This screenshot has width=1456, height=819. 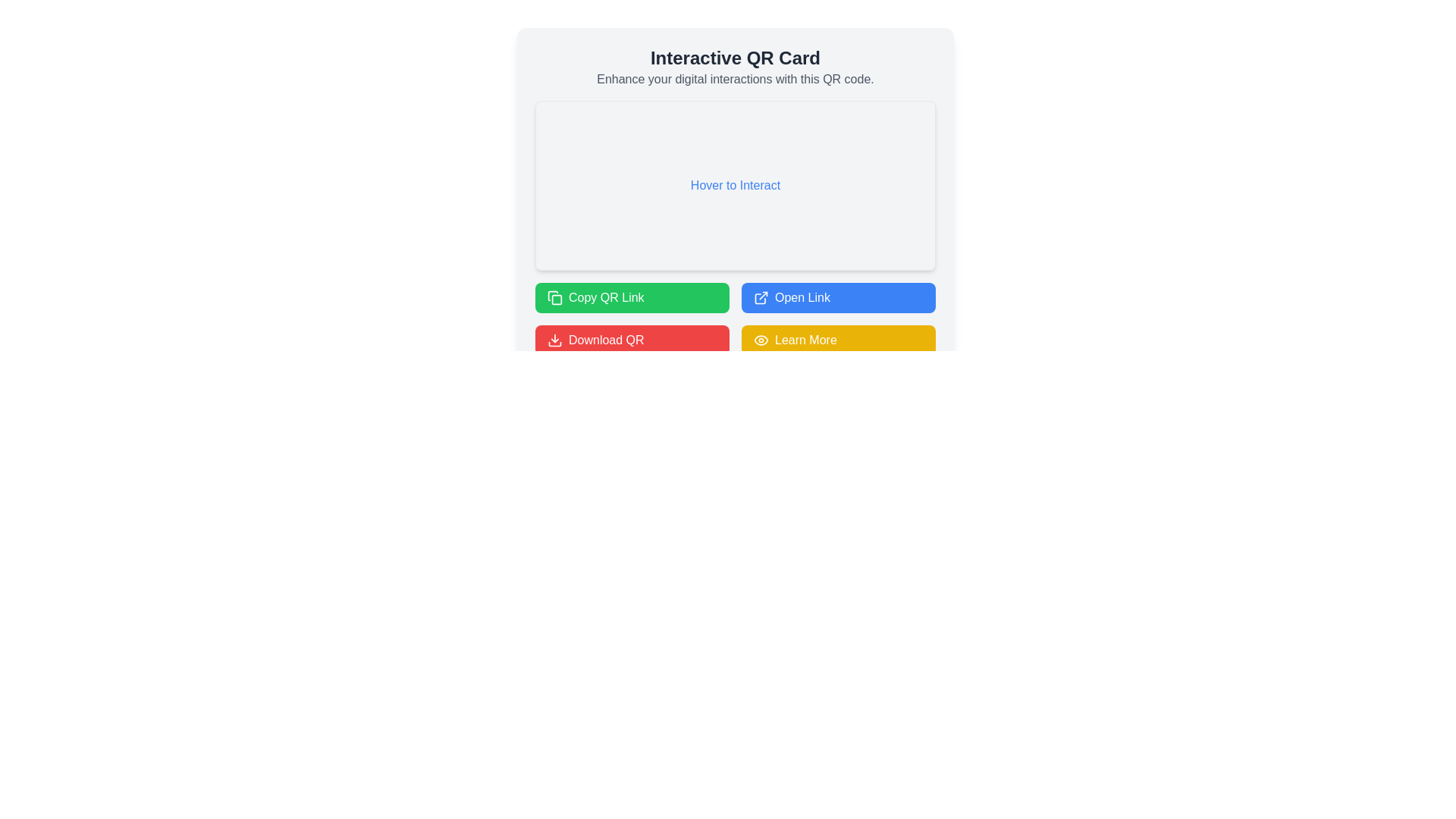 What do you see at coordinates (735, 318) in the screenshot?
I see `the grid layout containing buttons for interacting with the QR code, located at the bottom of the interactive card component` at bounding box center [735, 318].